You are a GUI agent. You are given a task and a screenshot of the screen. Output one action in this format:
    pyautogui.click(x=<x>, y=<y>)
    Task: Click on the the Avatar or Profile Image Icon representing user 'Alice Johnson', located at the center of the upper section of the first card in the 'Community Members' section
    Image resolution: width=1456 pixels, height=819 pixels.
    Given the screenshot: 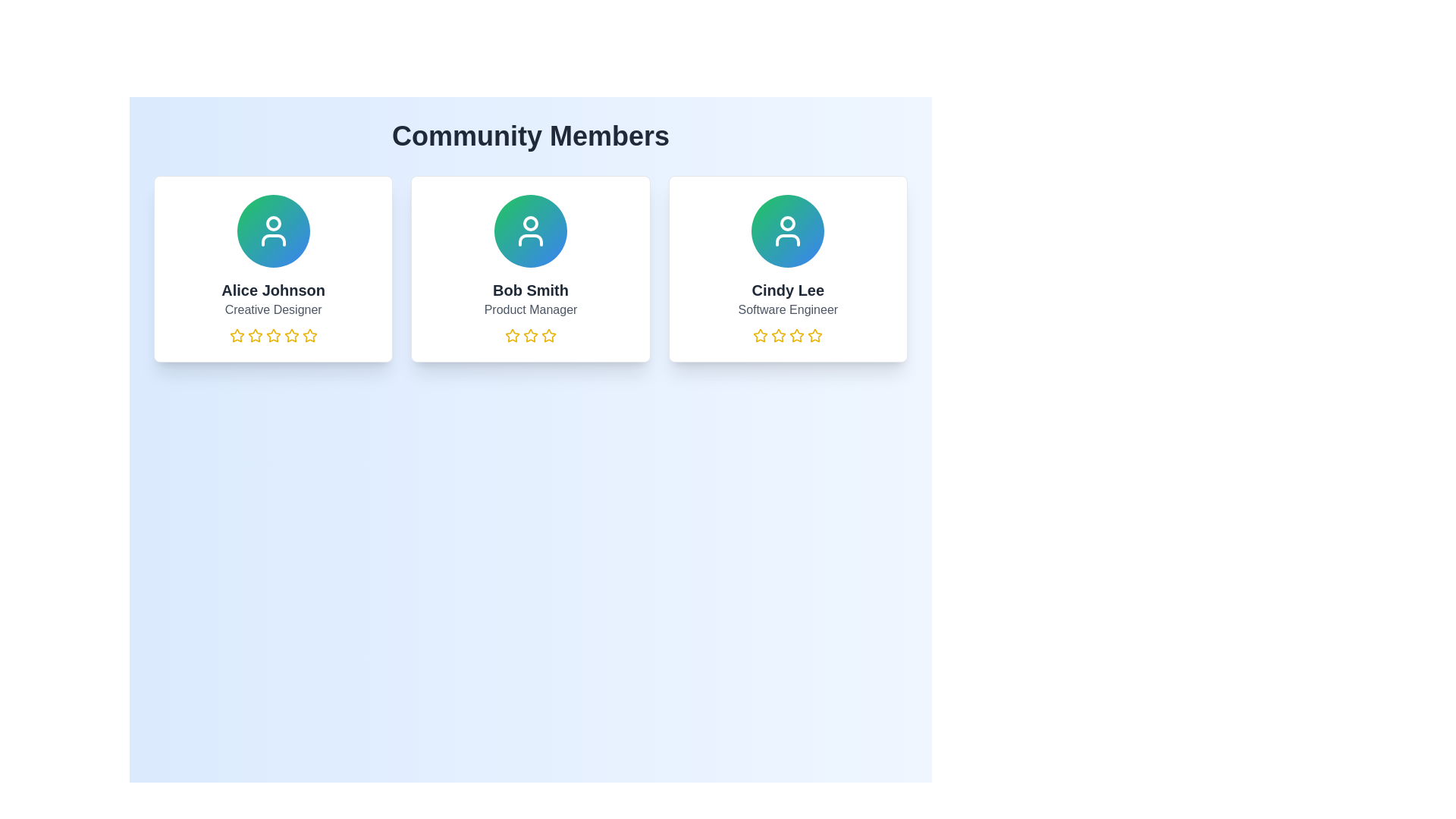 What is the action you would take?
    pyautogui.click(x=273, y=231)
    